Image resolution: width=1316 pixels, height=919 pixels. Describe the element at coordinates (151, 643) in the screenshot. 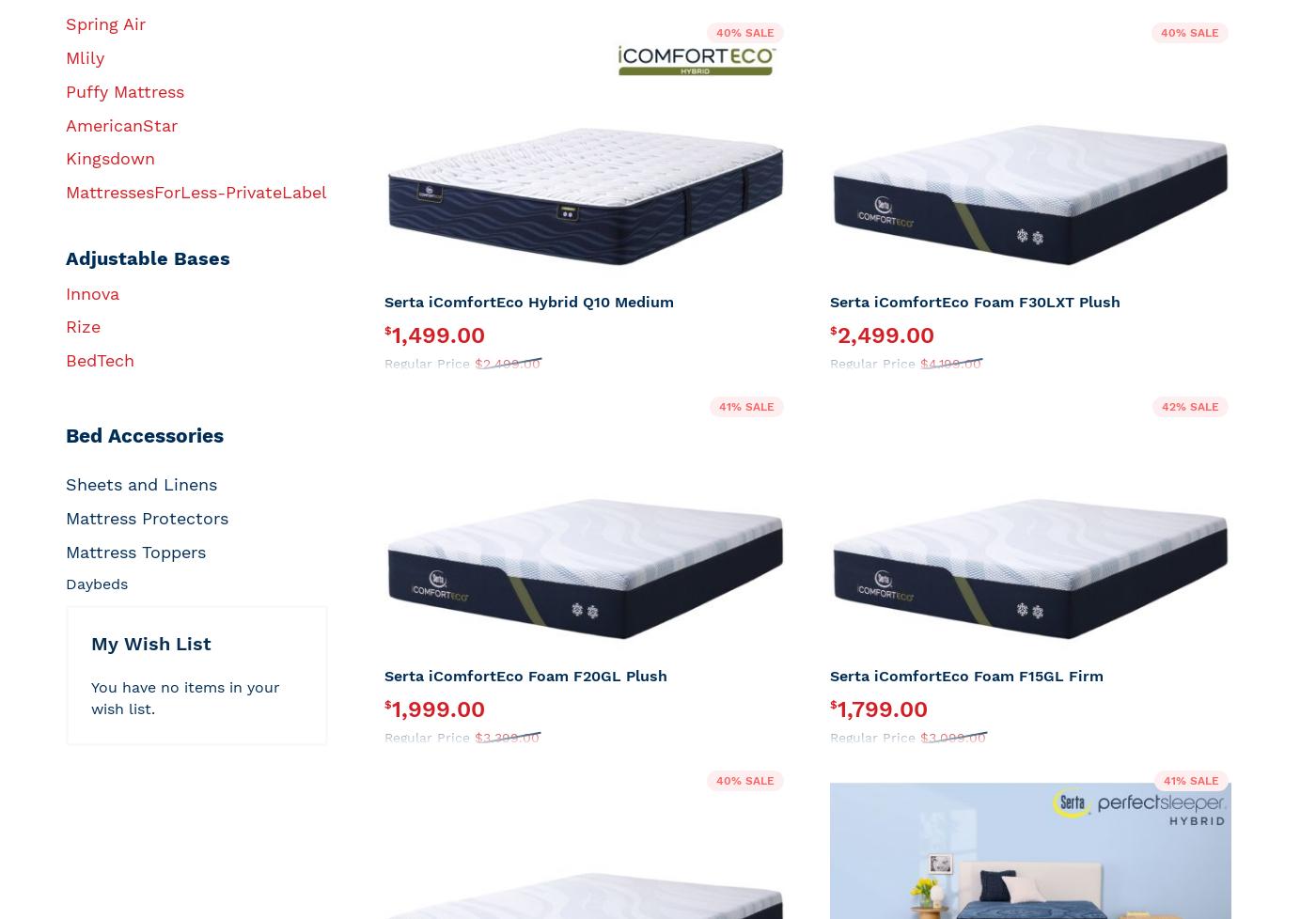

I see `'My Wish List'` at that location.